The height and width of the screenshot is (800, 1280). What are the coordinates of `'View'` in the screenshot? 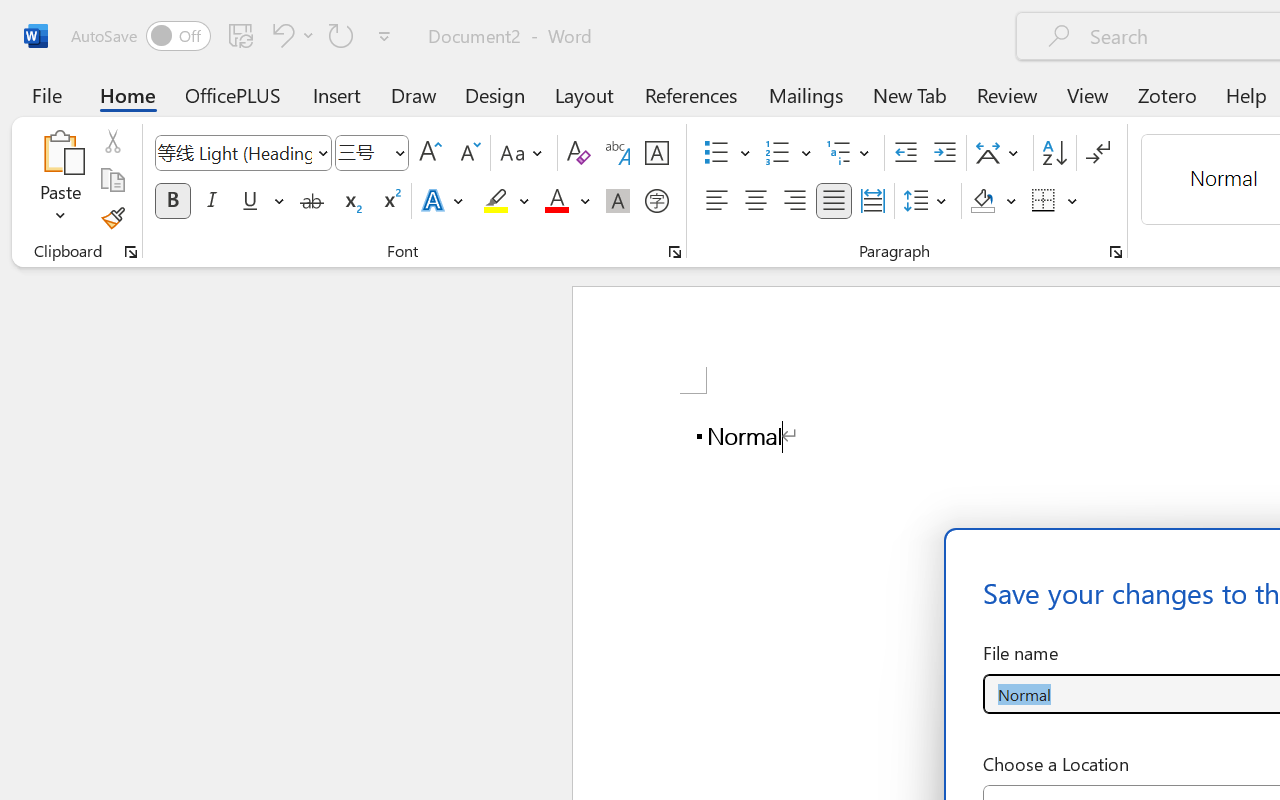 It's located at (1087, 94).